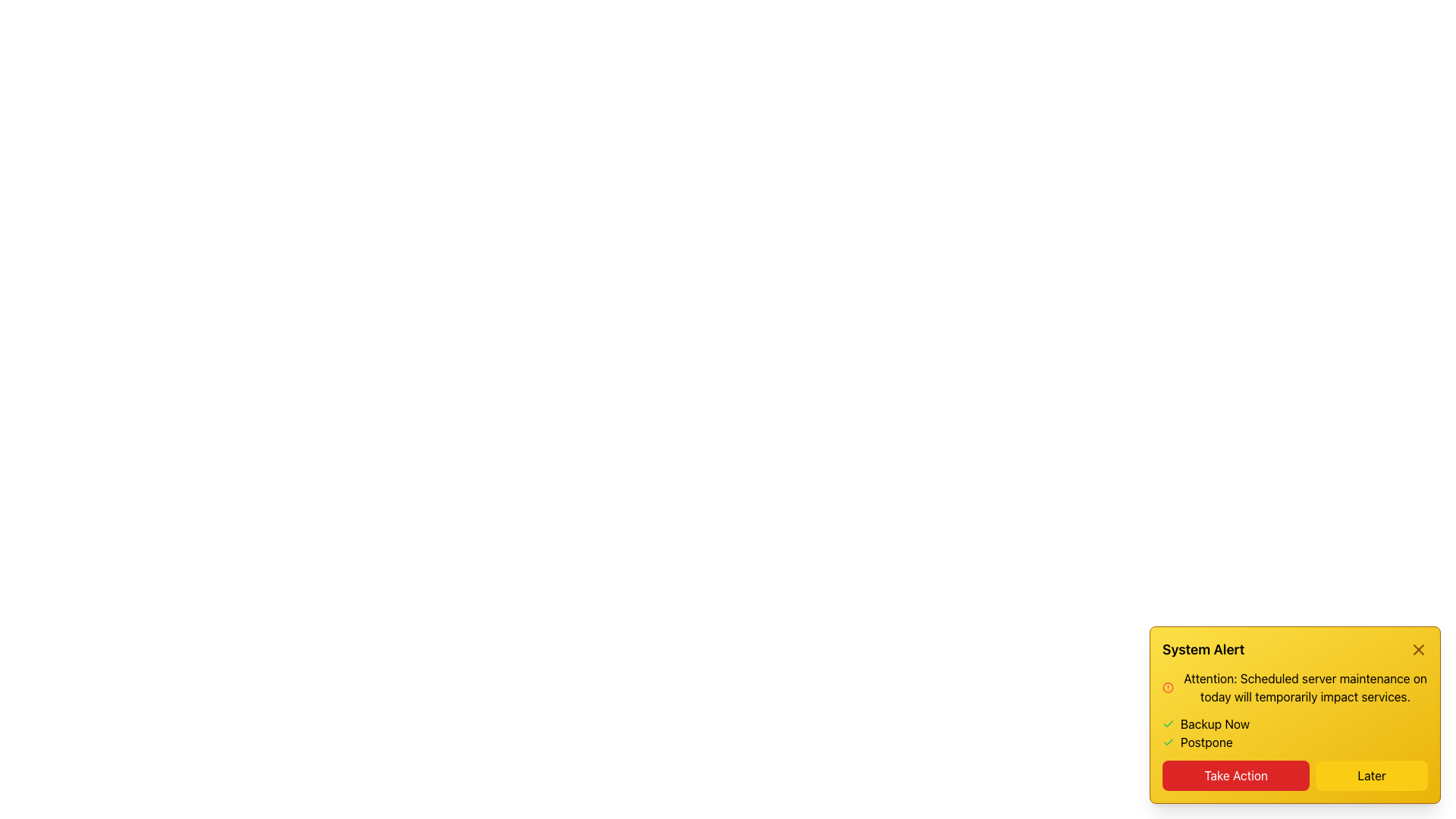 This screenshot has height=819, width=1456. What do you see at coordinates (1203, 648) in the screenshot?
I see `the Text Label at the top-left corner of the notification box, which summarizes the context of the alert information` at bounding box center [1203, 648].